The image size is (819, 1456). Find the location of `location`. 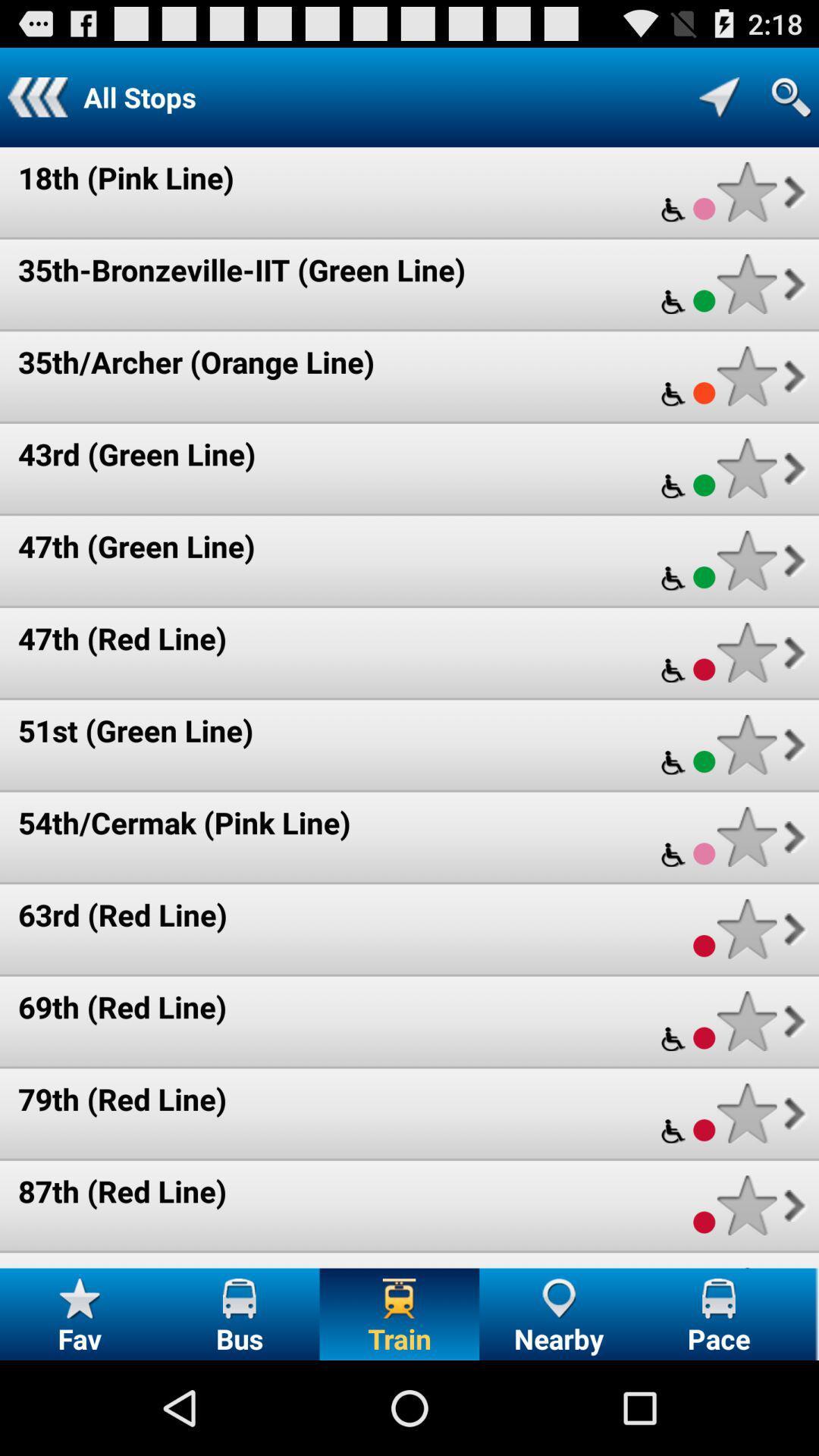

location is located at coordinates (718, 96).